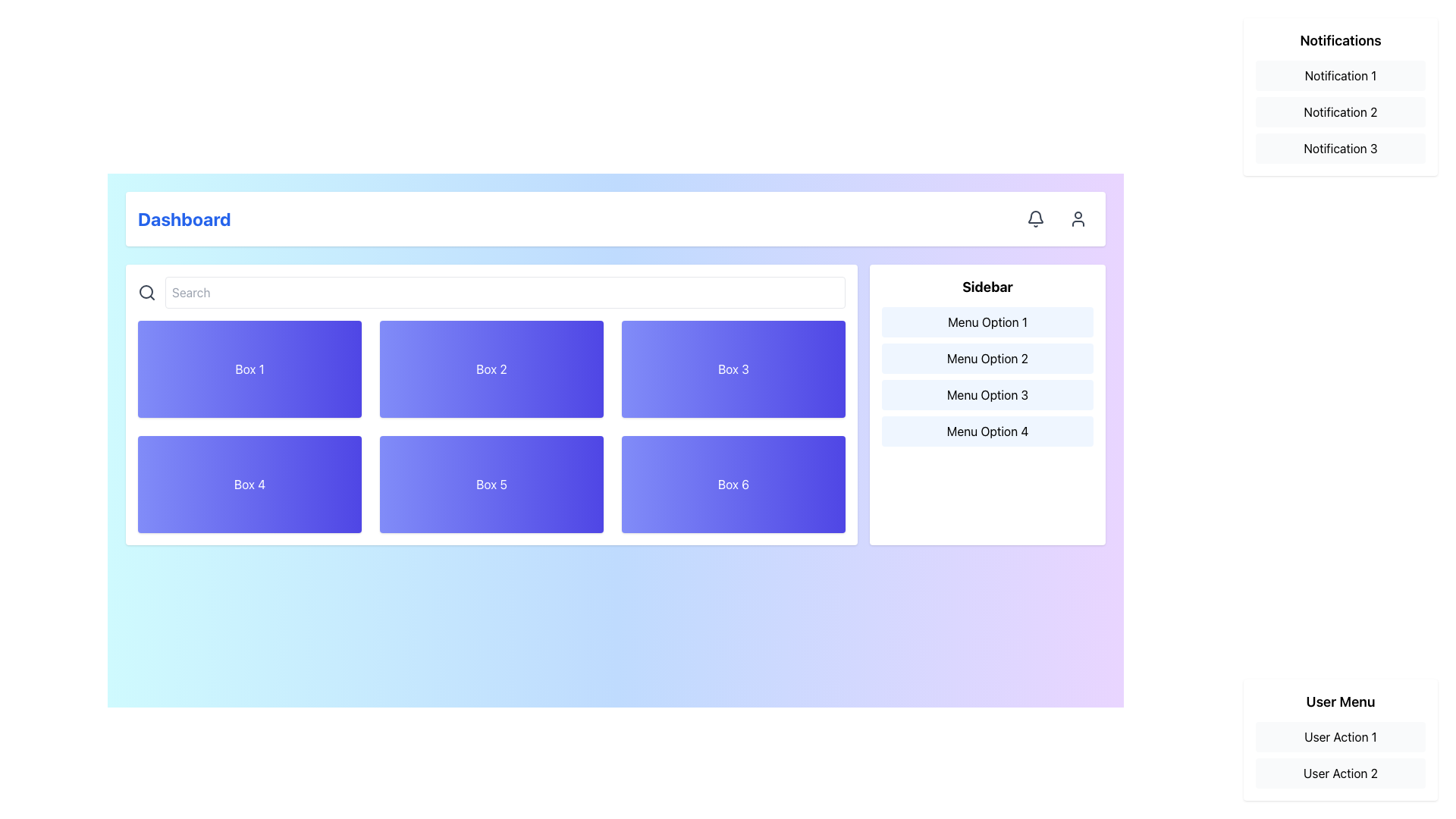 The width and height of the screenshot is (1456, 819). I want to click on the user avatar icon, which is a circular outline with a smaller circle above it, located in the top-right corner of the layout, so click(1077, 219).